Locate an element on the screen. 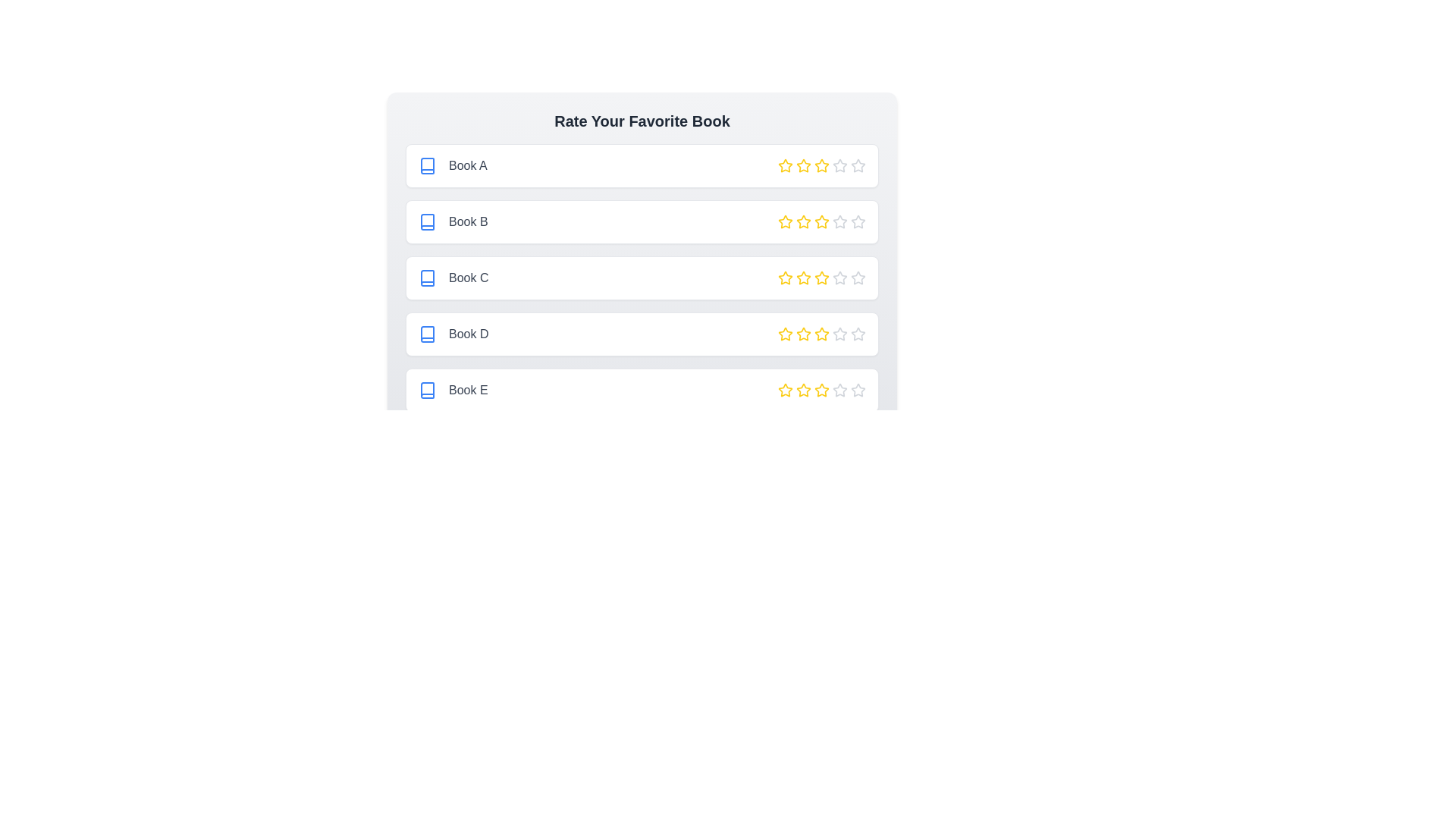 The width and height of the screenshot is (1456, 819). the star corresponding to 2 stars for the book titled Book A is located at coordinates (803, 166).